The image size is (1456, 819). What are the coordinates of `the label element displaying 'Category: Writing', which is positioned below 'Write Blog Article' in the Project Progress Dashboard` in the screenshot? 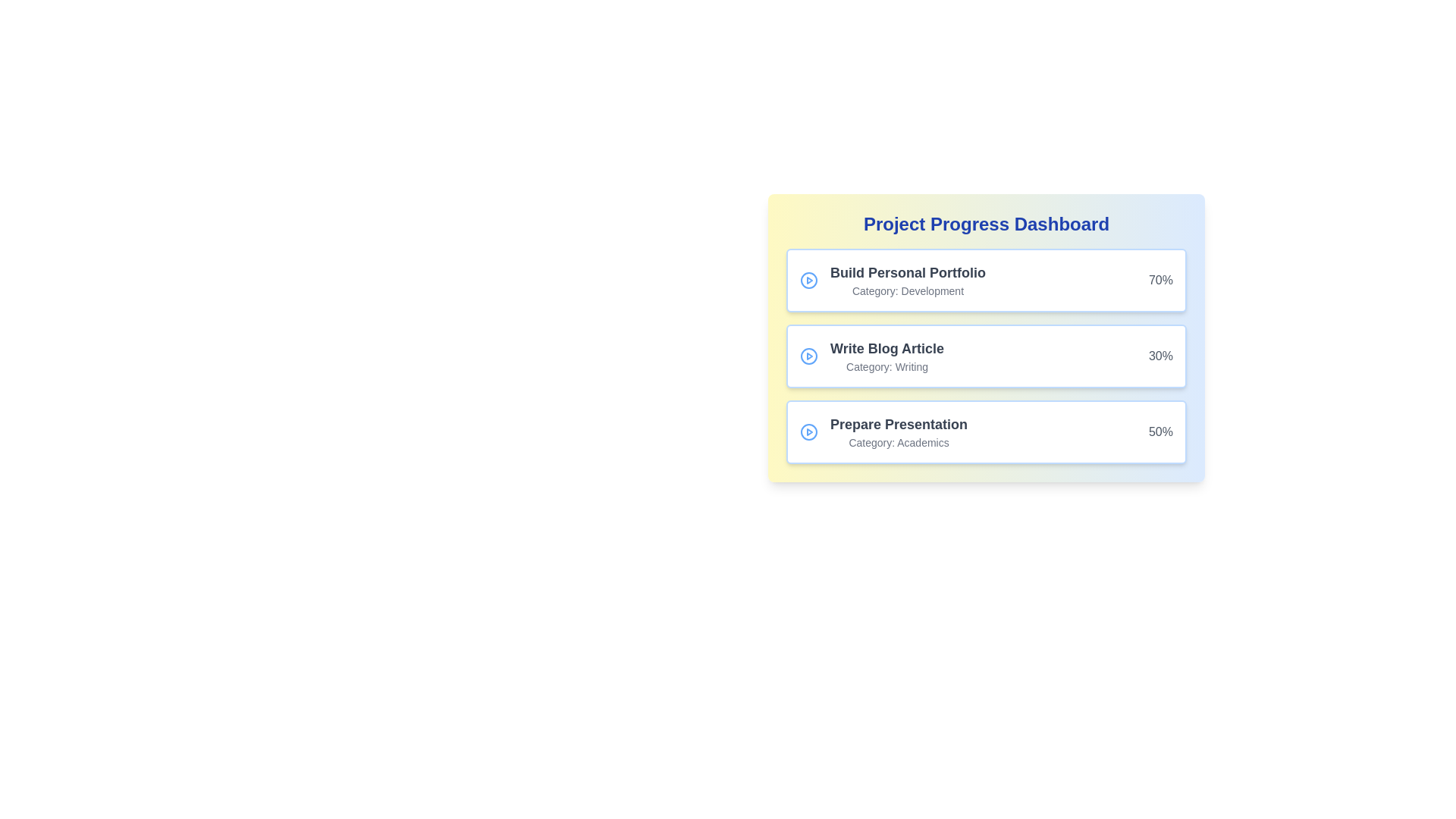 It's located at (887, 366).